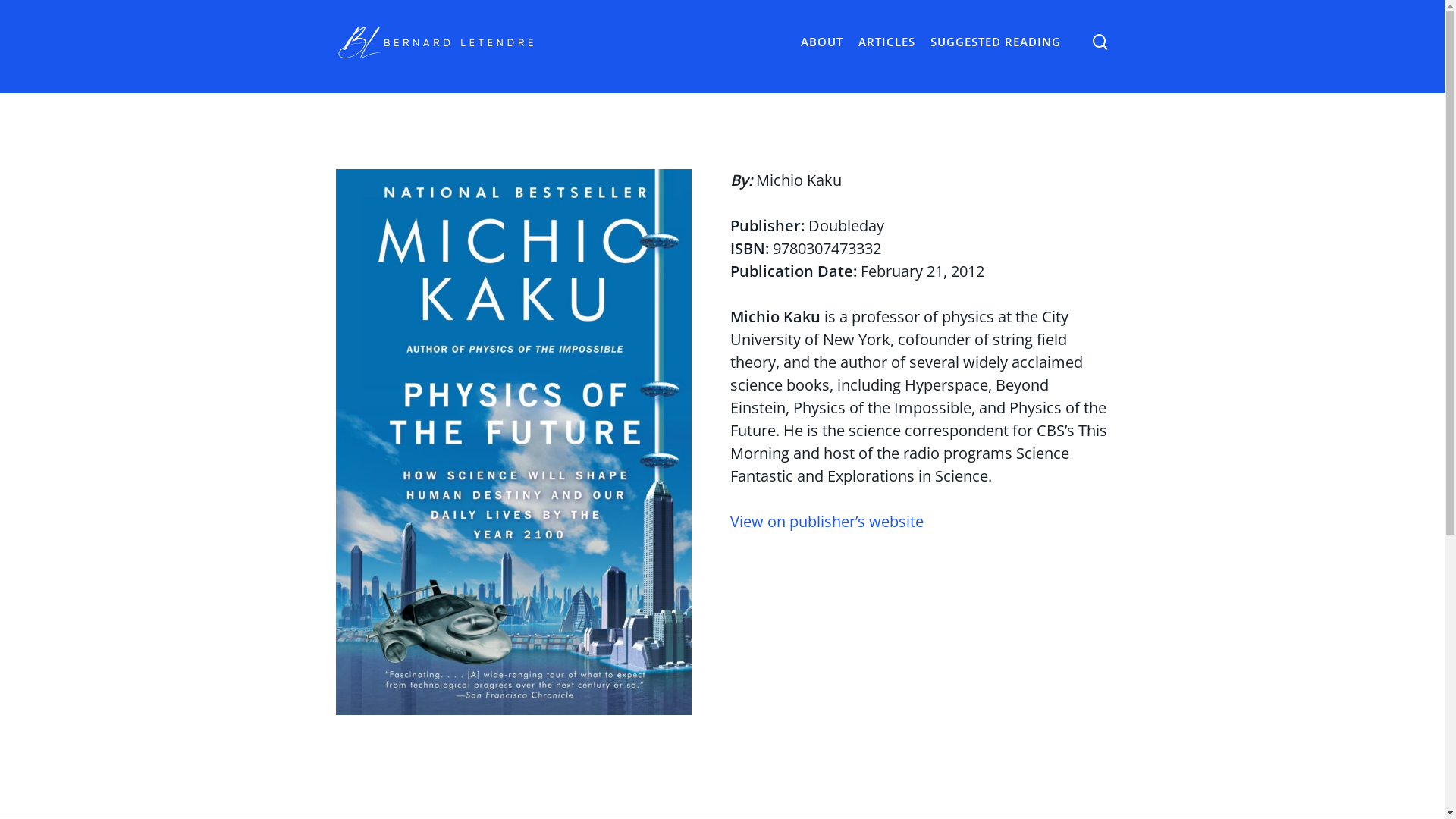 The image size is (1456, 819). Describe the element at coordinates (821, 40) in the screenshot. I see `'ABOUT'` at that location.